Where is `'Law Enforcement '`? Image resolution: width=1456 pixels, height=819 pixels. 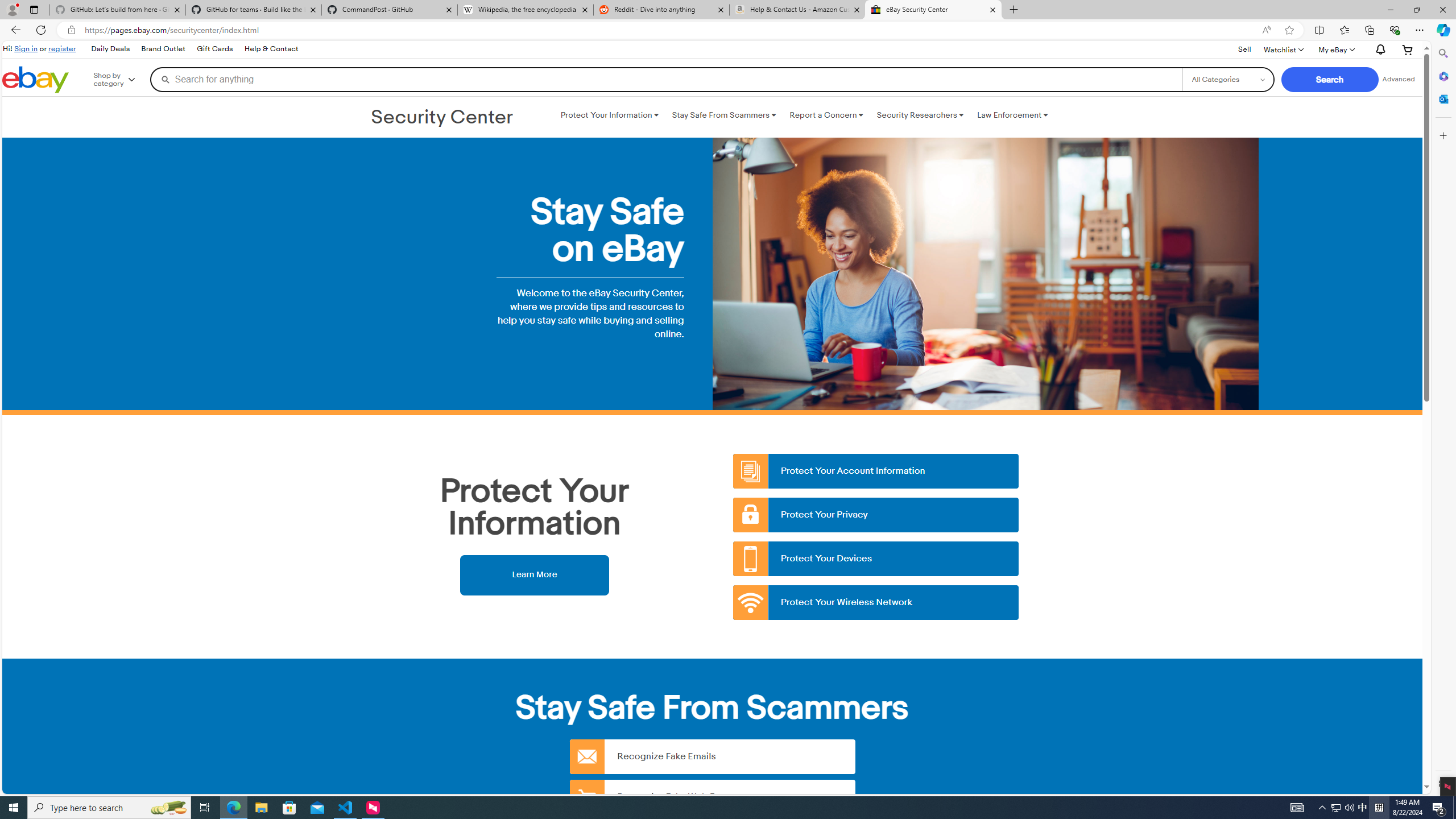 'Law Enforcement ' is located at coordinates (1012, 115).